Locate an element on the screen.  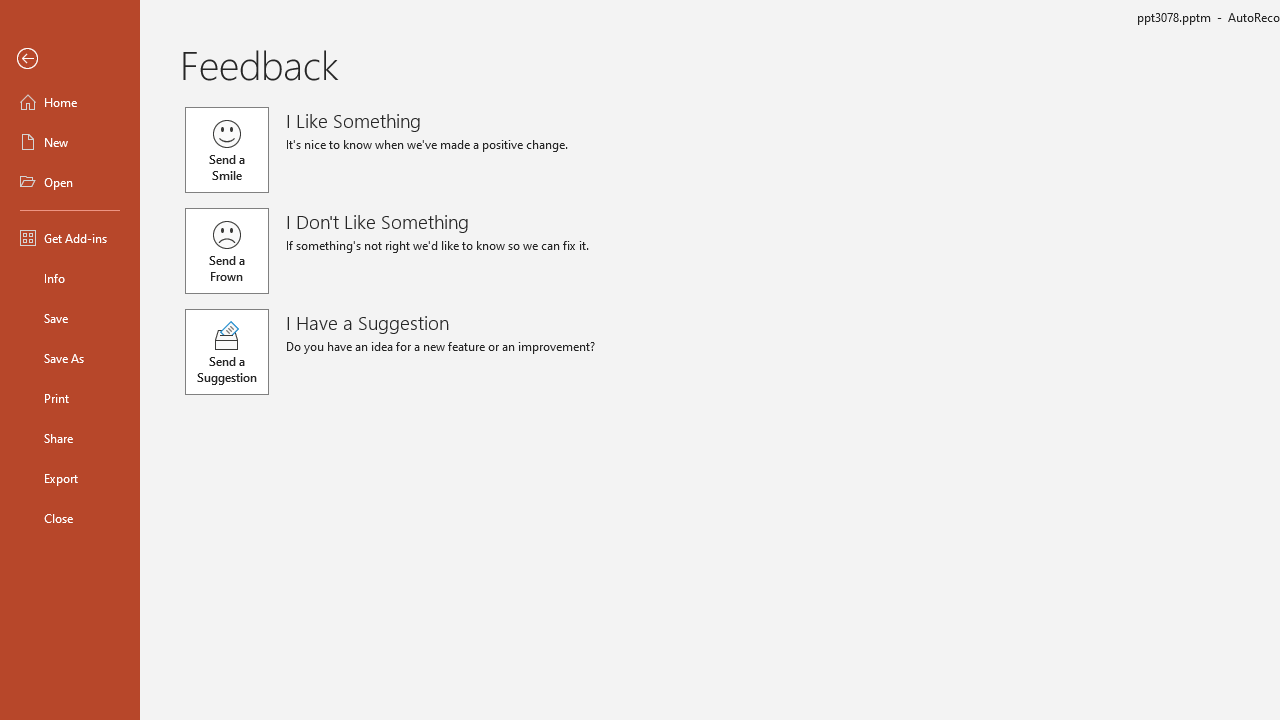
'Get Add-ins' is located at coordinates (69, 236).